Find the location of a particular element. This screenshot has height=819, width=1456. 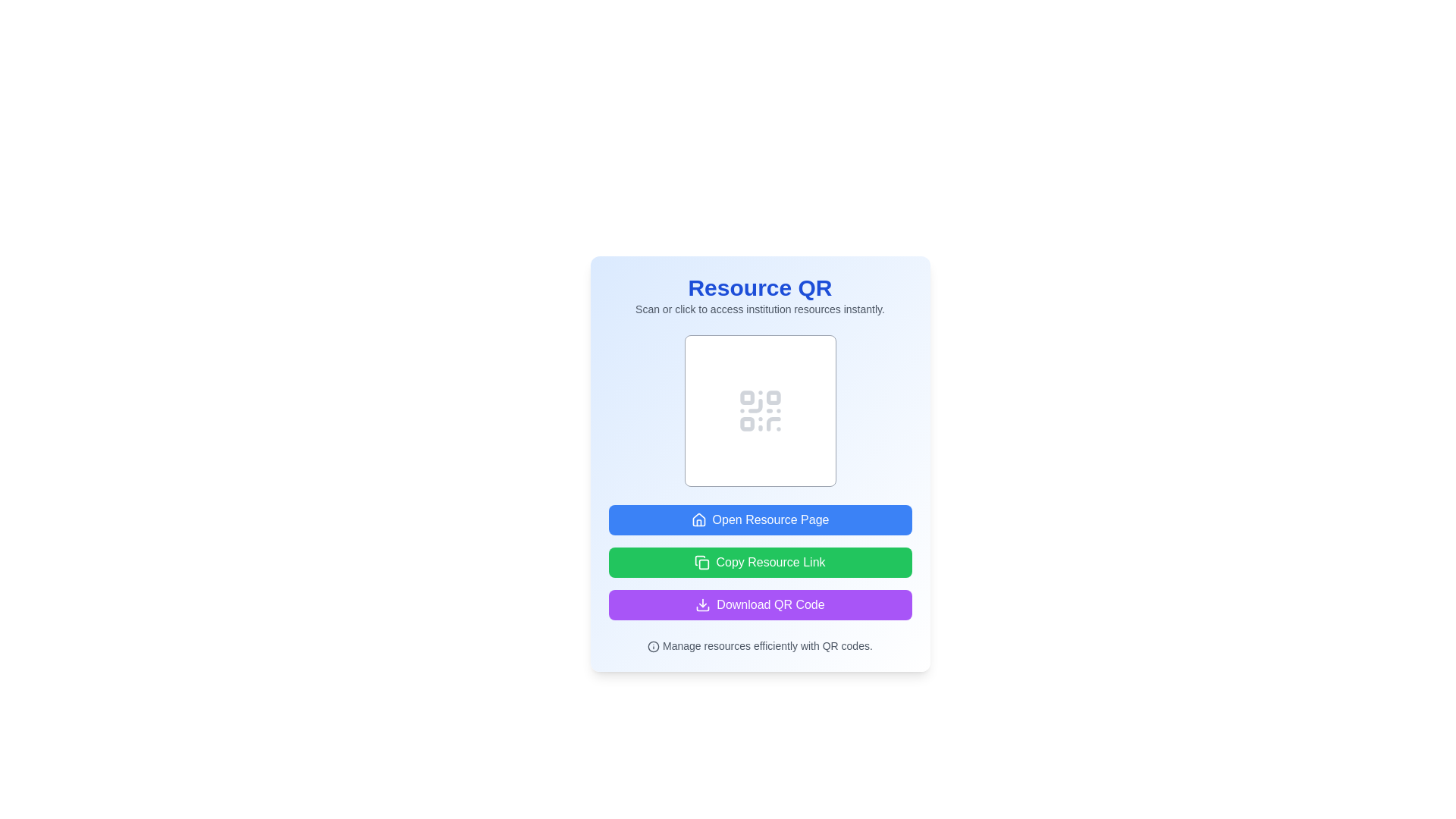

text label displaying 'Open Resource Page' within the blue button located below the QR code placeholder is located at coordinates (770, 519).